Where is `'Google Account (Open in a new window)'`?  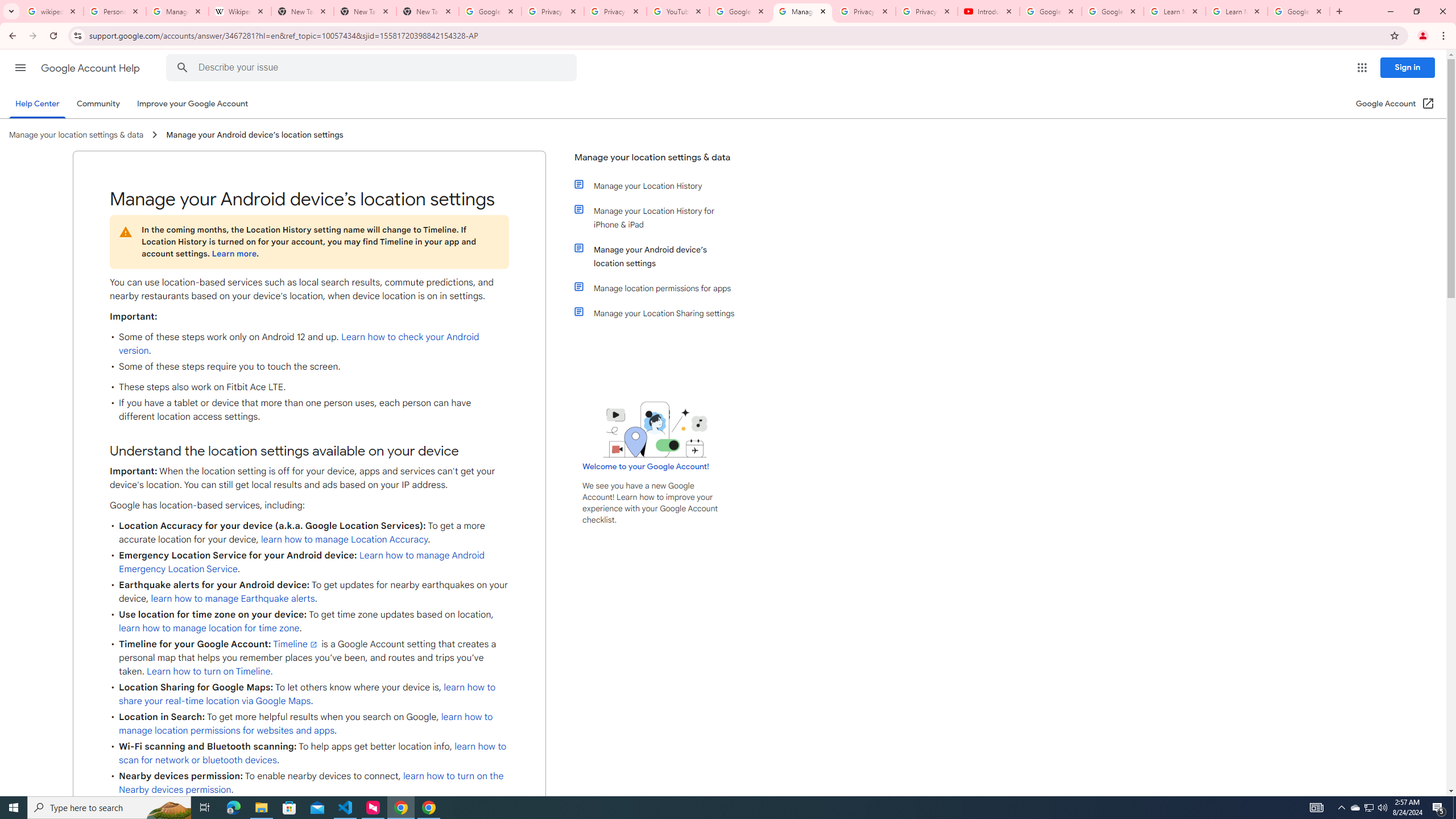 'Google Account (Open in a new window)' is located at coordinates (1395, 103).